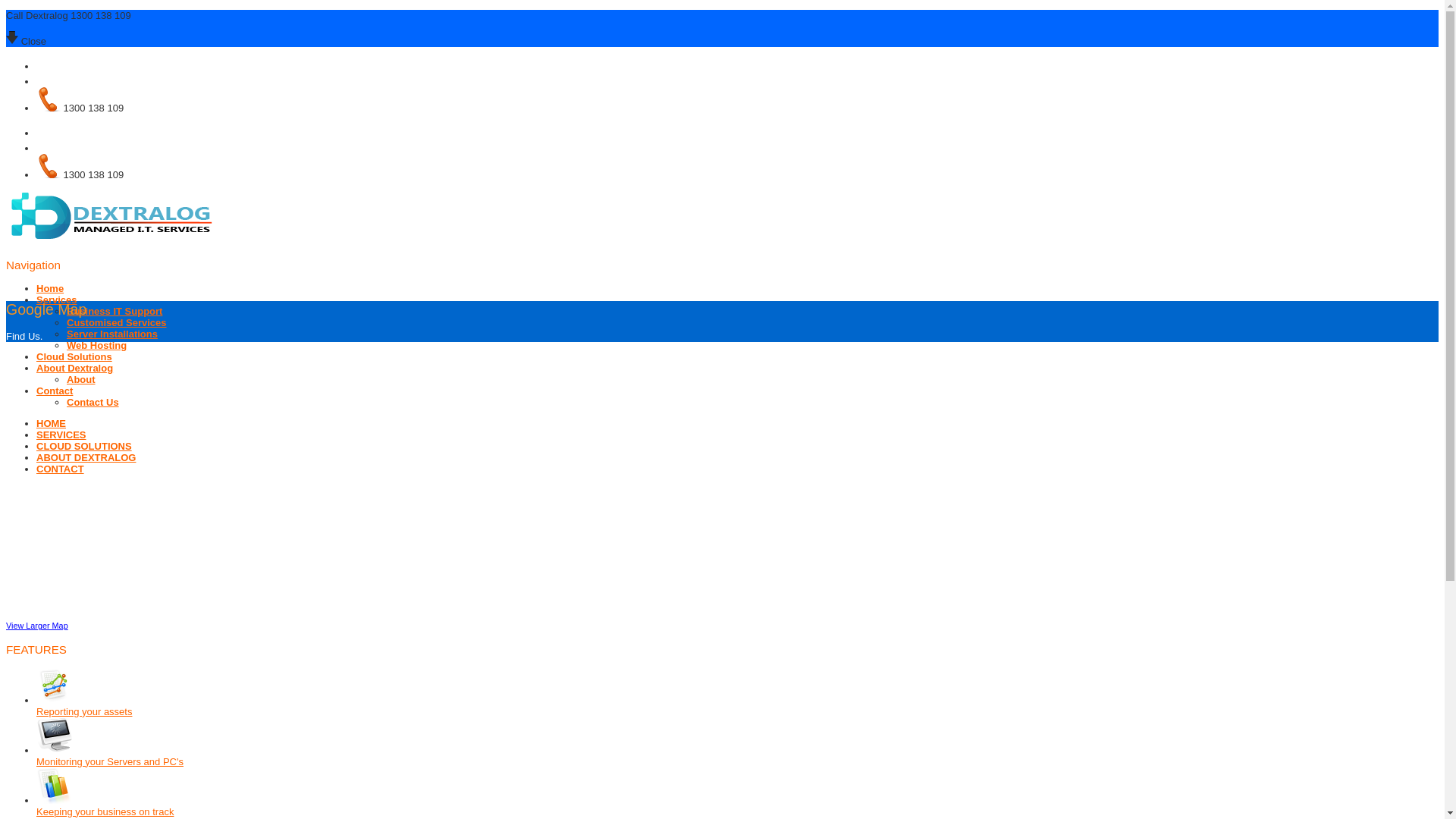  What do you see at coordinates (36, 457) in the screenshot?
I see `'ABOUT DEXTRALOG'` at bounding box center [36, 457].